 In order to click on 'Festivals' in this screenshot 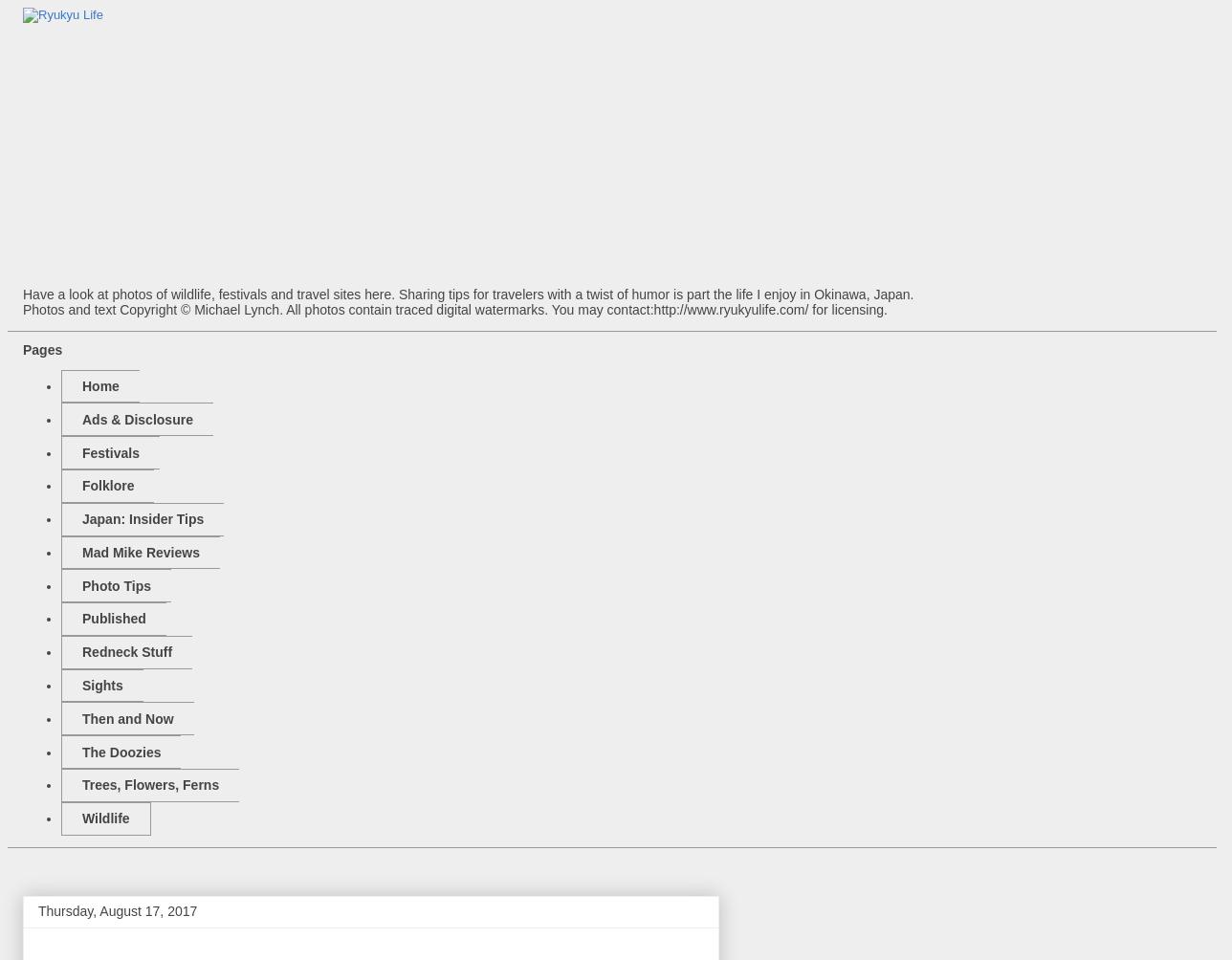, I will do `click(110, 450)`.